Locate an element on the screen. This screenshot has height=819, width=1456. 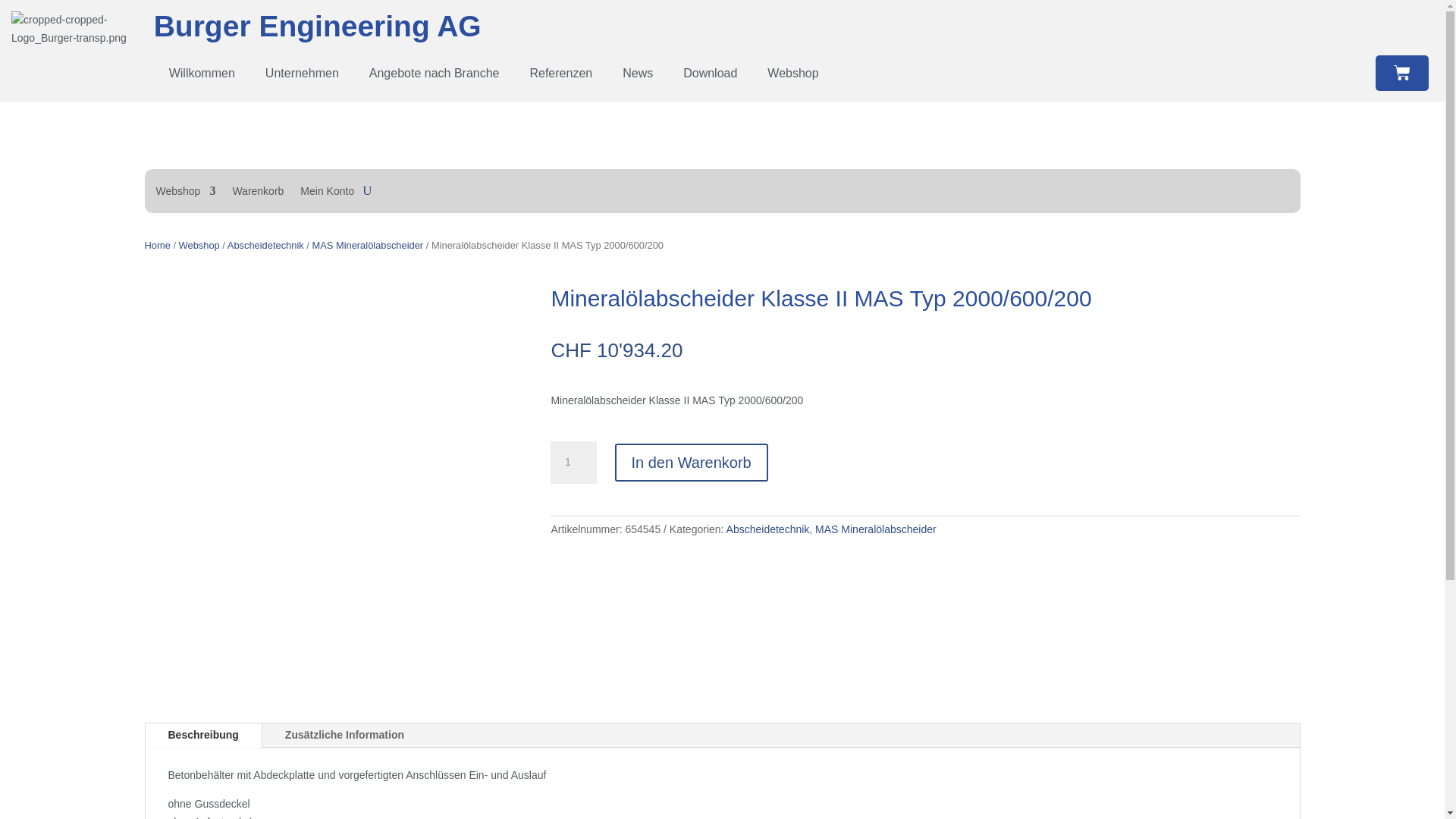
'Warenkorb' is located at coordinates (258, 193).